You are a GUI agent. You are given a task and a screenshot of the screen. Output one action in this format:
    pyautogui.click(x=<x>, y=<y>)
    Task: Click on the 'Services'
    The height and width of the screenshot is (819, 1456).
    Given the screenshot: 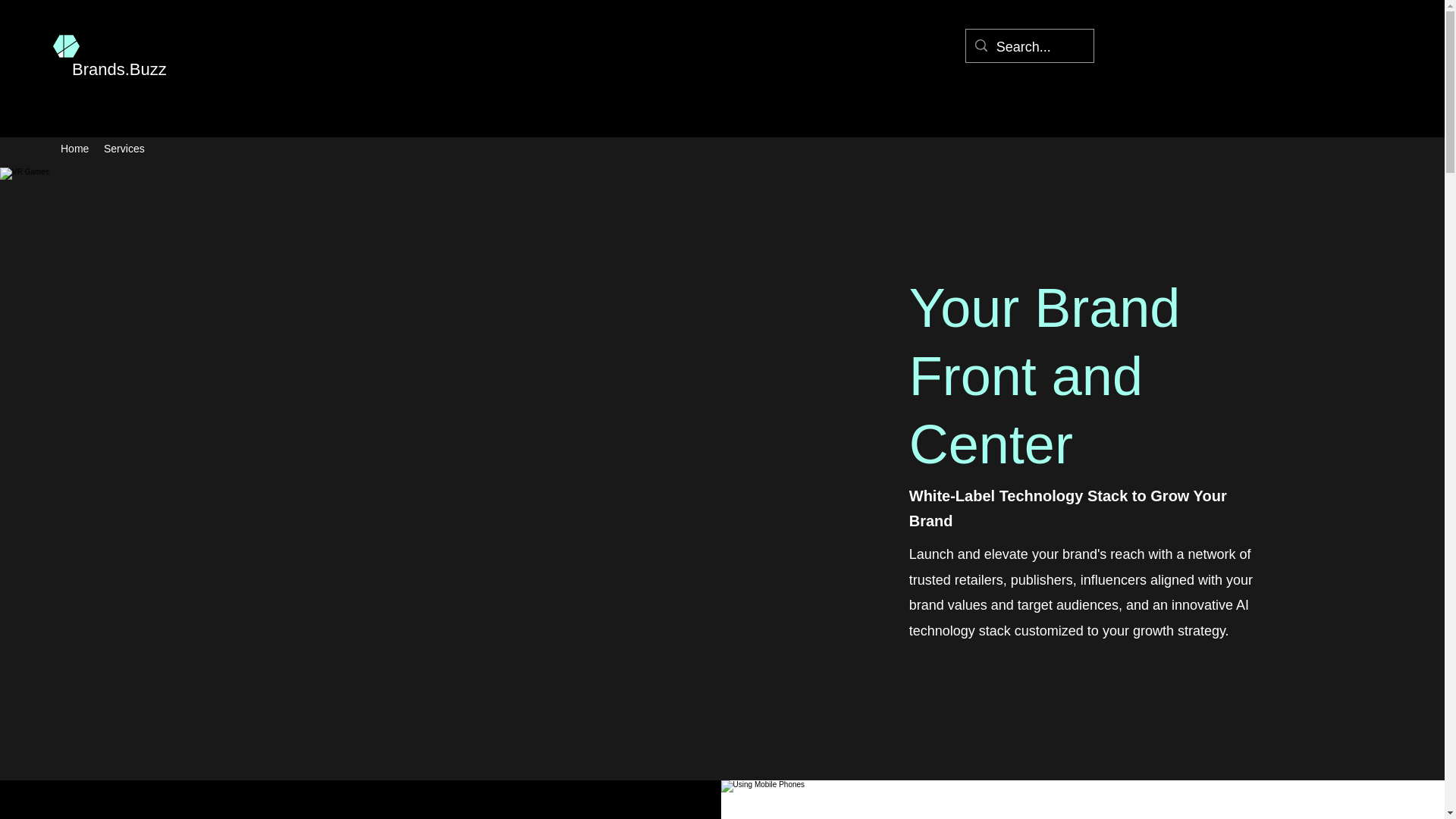 What is the action you would take?
    pyautogui.click(x=124, y=149)
    